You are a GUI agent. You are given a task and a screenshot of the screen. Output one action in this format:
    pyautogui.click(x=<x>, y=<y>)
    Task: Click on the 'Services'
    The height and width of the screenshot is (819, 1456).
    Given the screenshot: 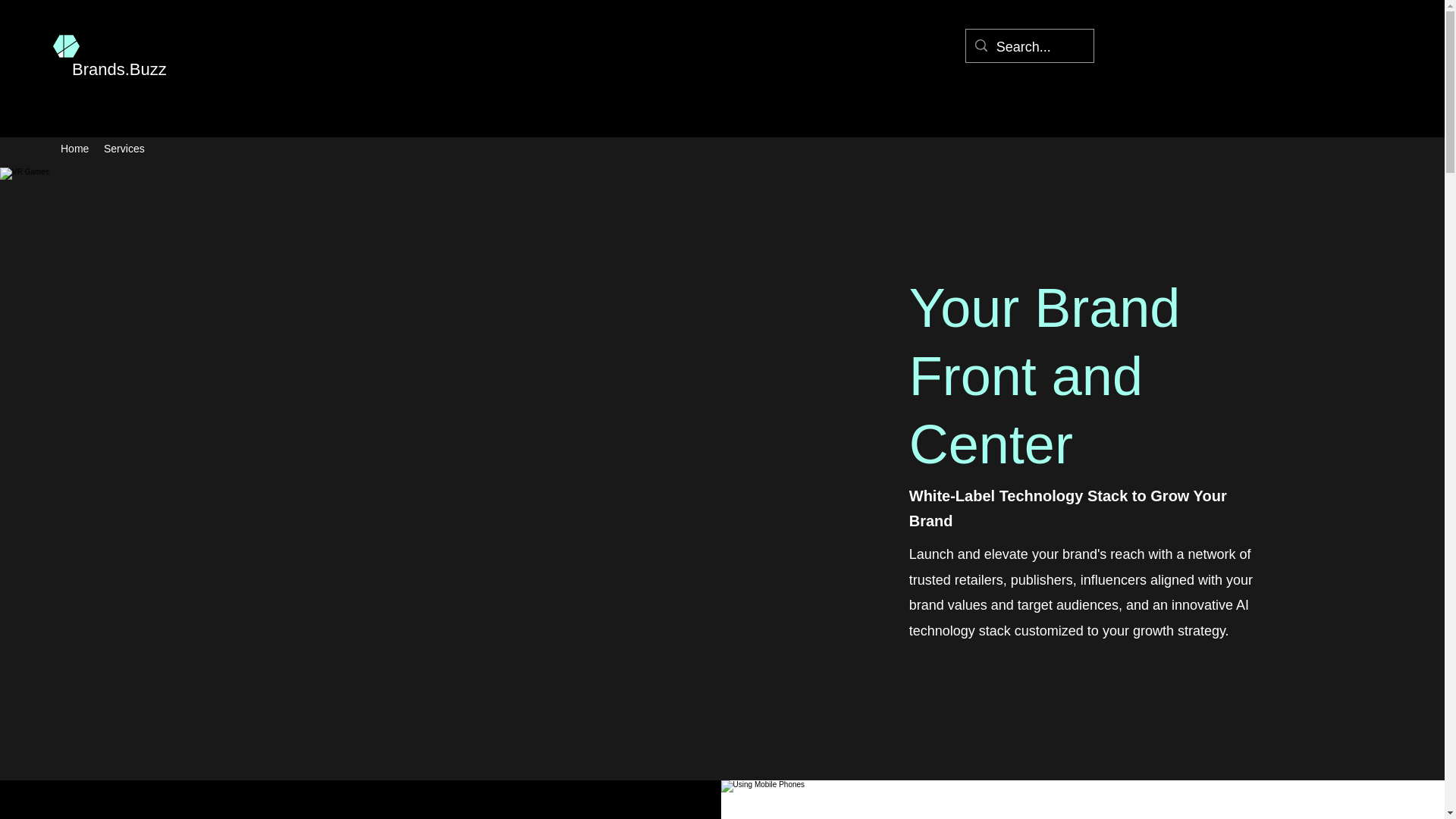 What is the action you would take?
    pyautogui.click(x=124, y=149)
    